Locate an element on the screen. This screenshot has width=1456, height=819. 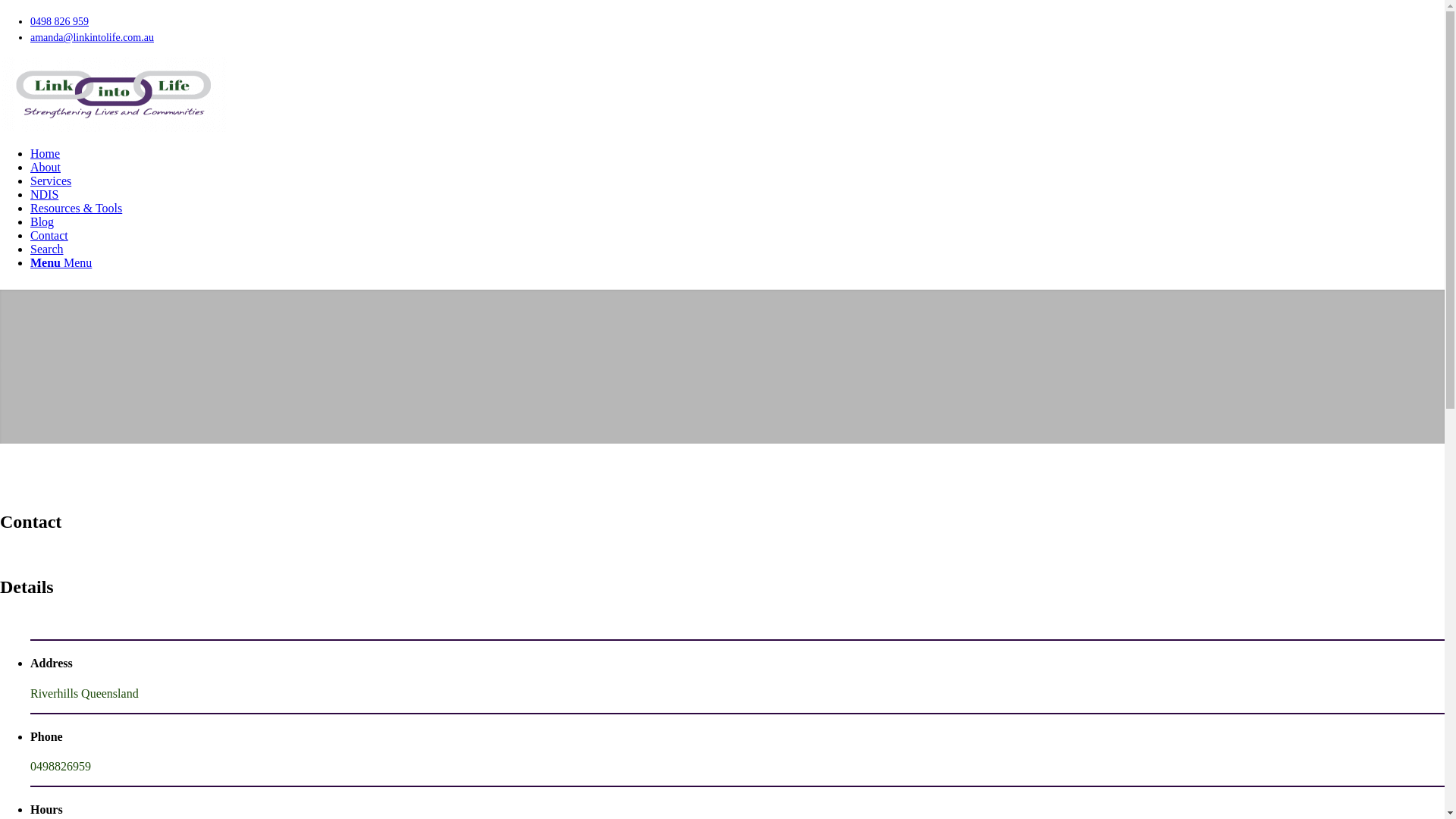
'NDIS' is located at coordinates (44, 193).